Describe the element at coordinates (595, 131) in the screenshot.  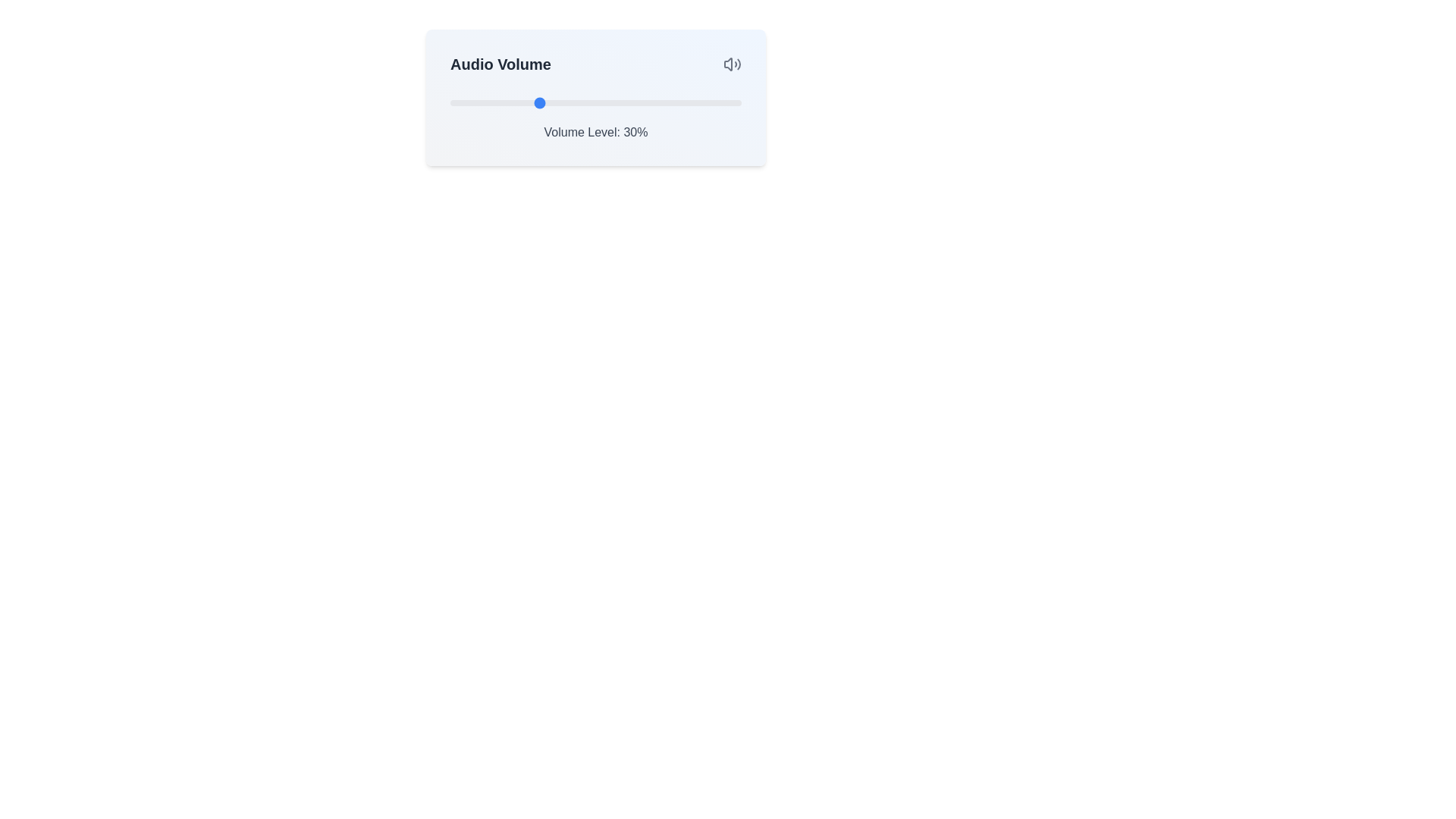
I see `the text 'Volume Level: 30%' for copying from the static label that is horizontally centered and positioned below the volume slider` at that location.